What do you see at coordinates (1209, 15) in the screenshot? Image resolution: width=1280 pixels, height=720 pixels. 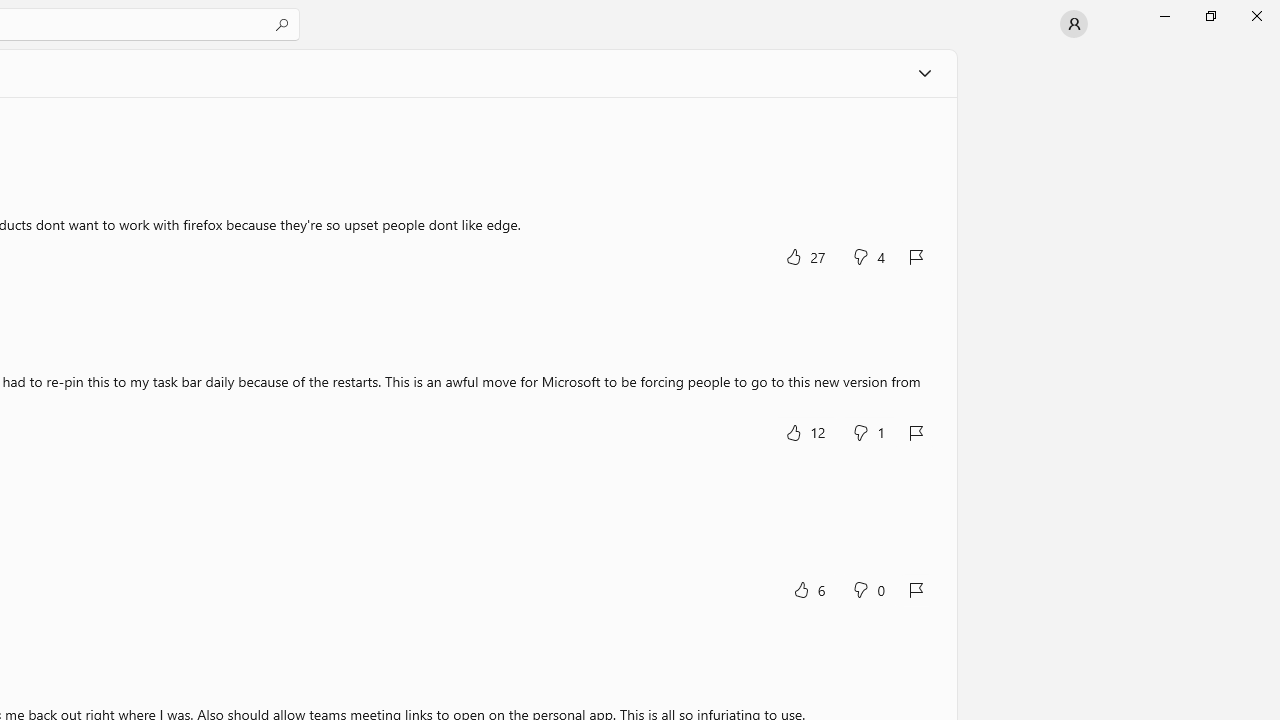 I see `'Restore Microsoft Store'` at bounding box center [1209, 15].